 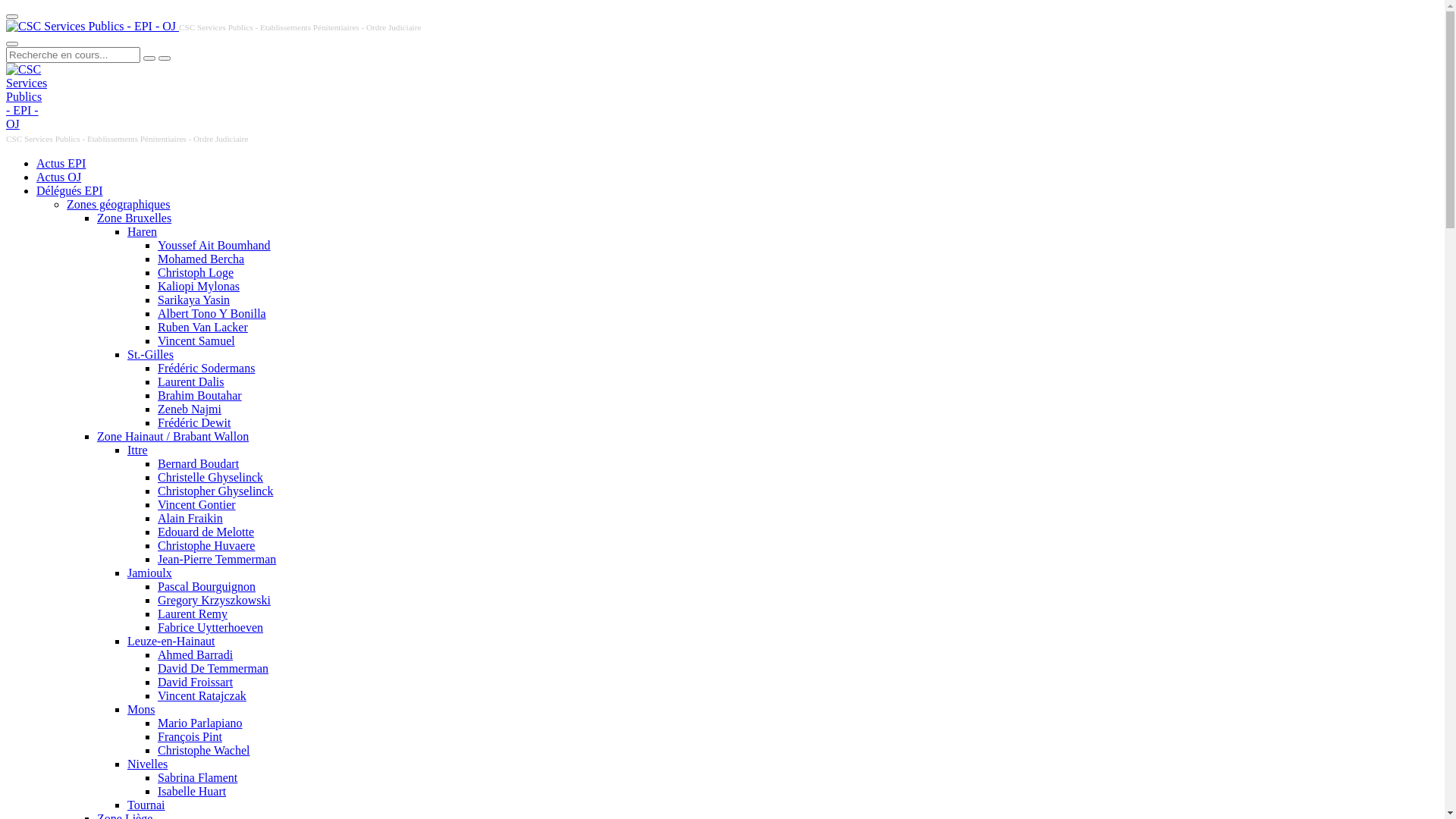 I want to click on 'Mario Parlapiano', so click(x=199, y=722).